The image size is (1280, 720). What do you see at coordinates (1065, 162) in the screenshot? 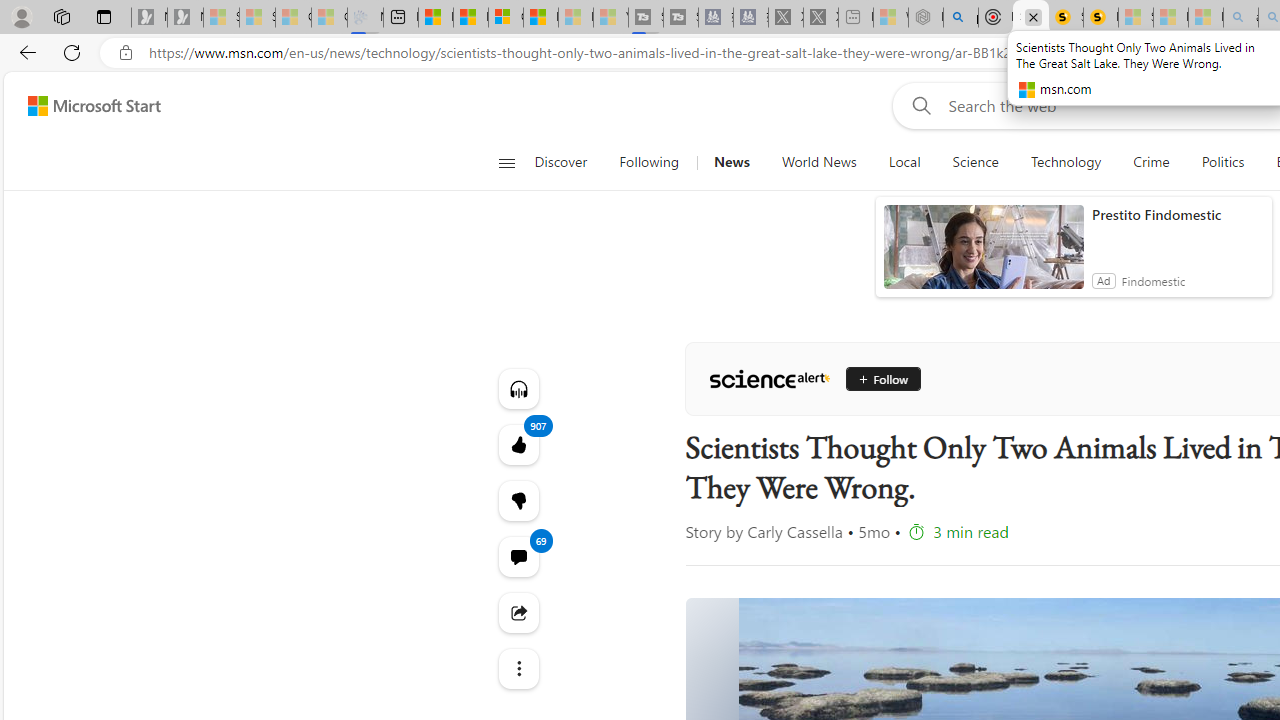
I see `'Technology'` at bounding box center [1065, 162].